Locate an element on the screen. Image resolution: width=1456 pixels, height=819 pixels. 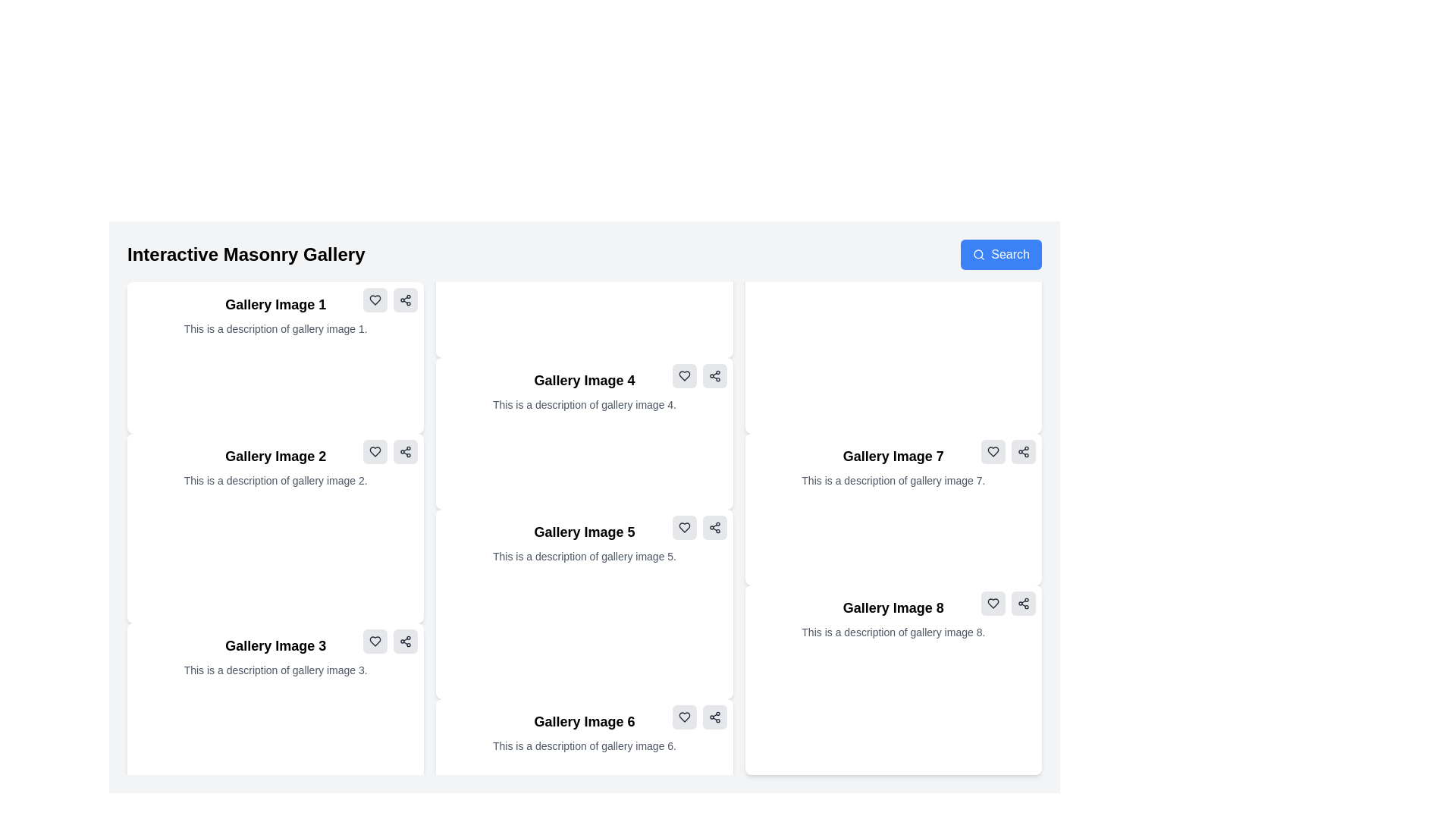
the gallery item card located in the bottom-right section of the layout, specifically the seventh card in the grid is located at coordinates (893, 509).